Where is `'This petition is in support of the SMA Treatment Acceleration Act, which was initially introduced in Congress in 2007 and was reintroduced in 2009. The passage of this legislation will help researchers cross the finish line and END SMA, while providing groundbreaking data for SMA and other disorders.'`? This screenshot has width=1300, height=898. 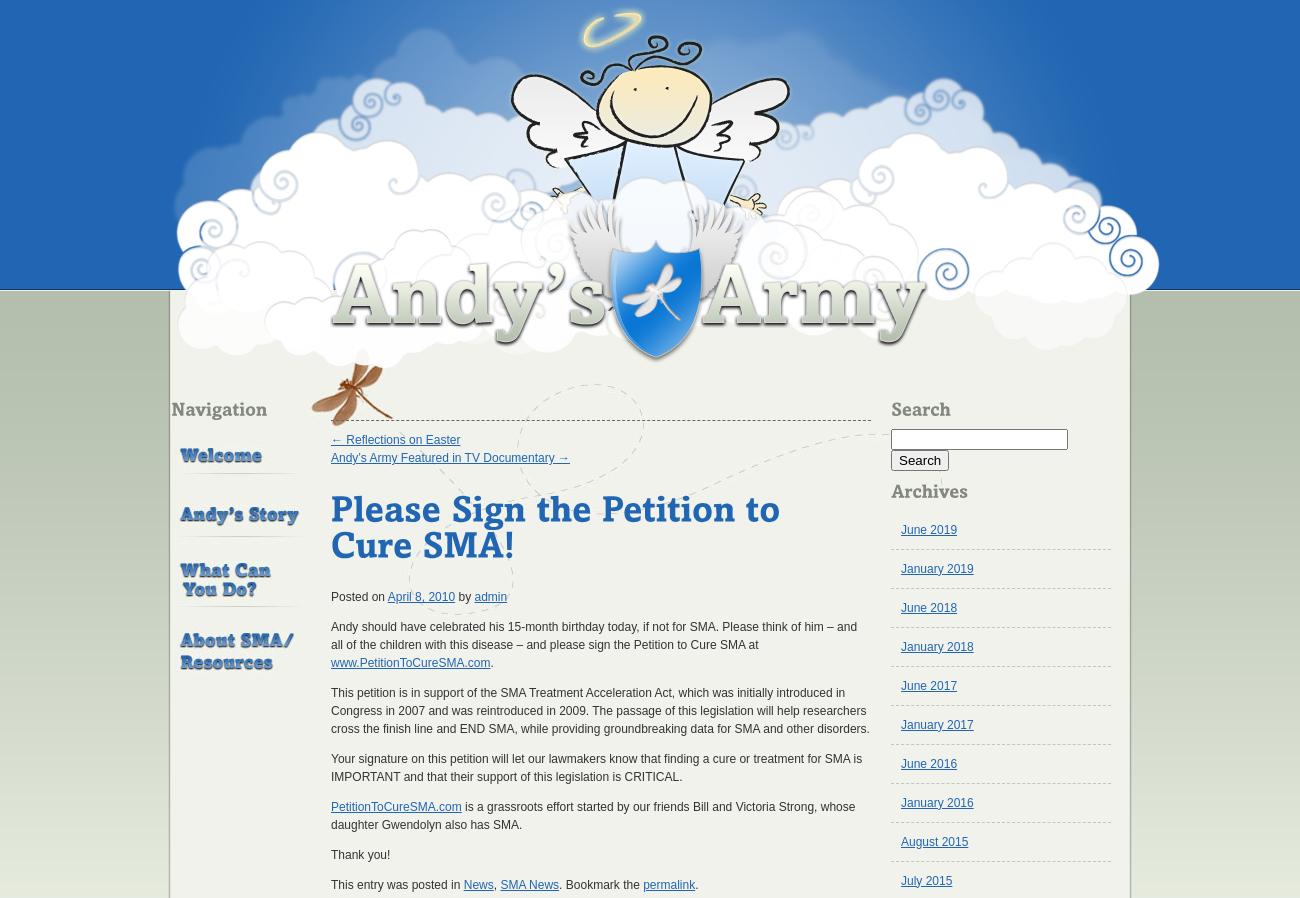 'This petition is in support of the SMA Treatment Acceleration Act, which was initially introduced in Congress in 2007 and was reintroduced in 2009. The passage of this legislation will help researchers cross the finish line and END SMA, while providing groundbreaking data for SMA and other disorders.' is located at coordinates (329, 711).